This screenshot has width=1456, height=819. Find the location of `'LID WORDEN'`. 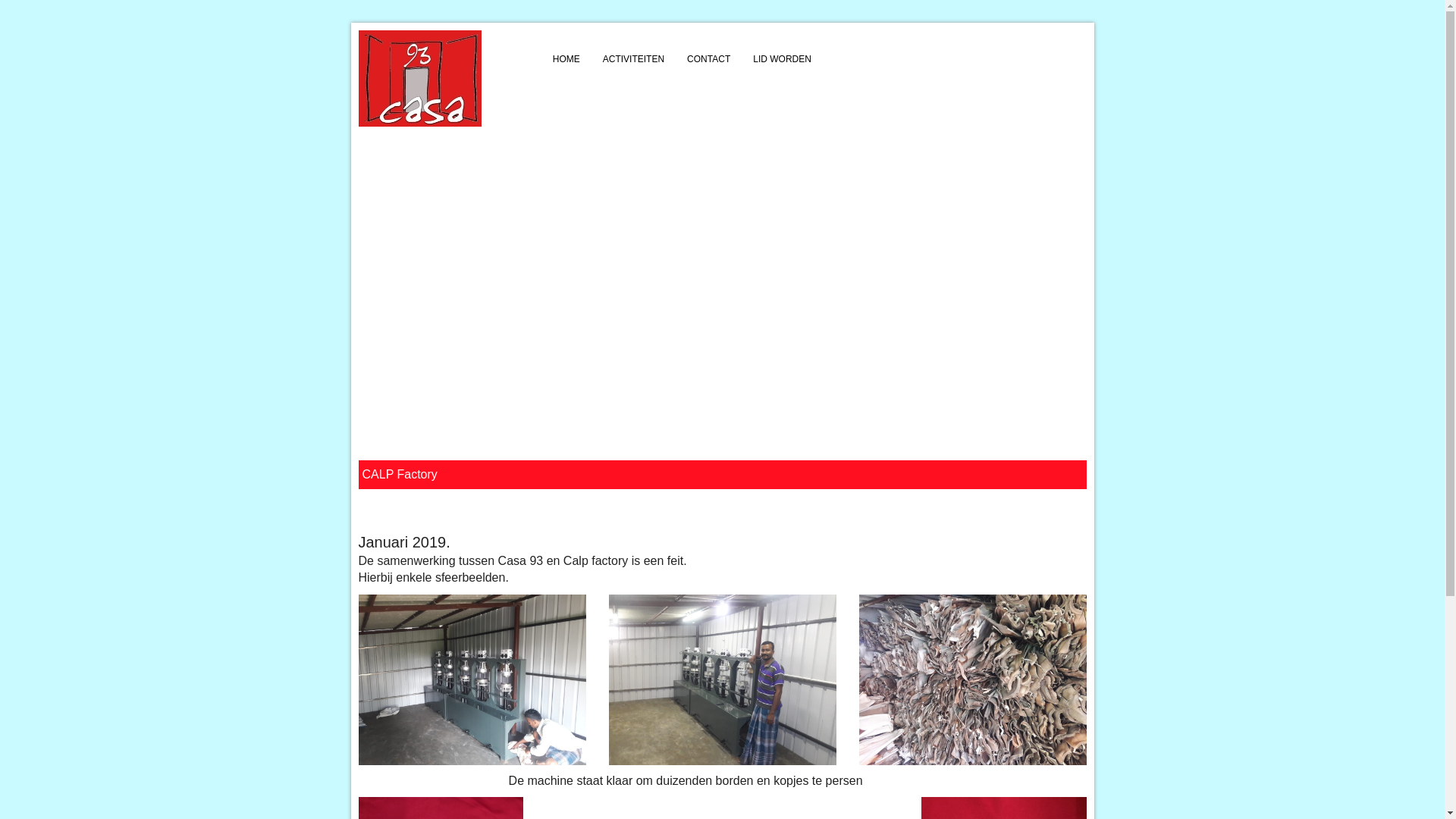

'LID WORDEN' is located at coordinates (782, 58).